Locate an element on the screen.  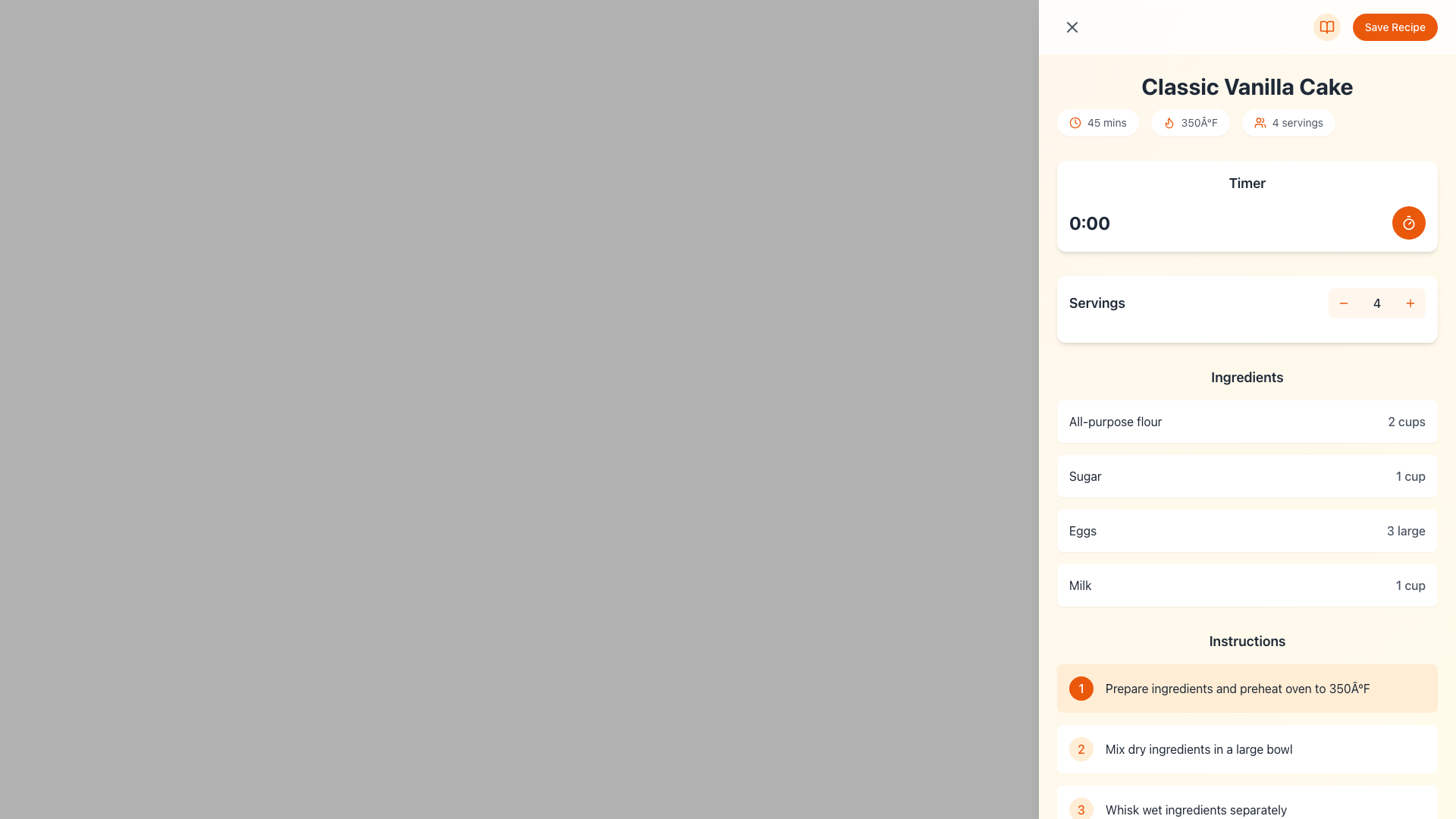
the text label displaying '3 large' in grayish color, located to the right of the 'Eggs' label in the ingredients list of the recipe interface is located at coordinates (1405, 529).